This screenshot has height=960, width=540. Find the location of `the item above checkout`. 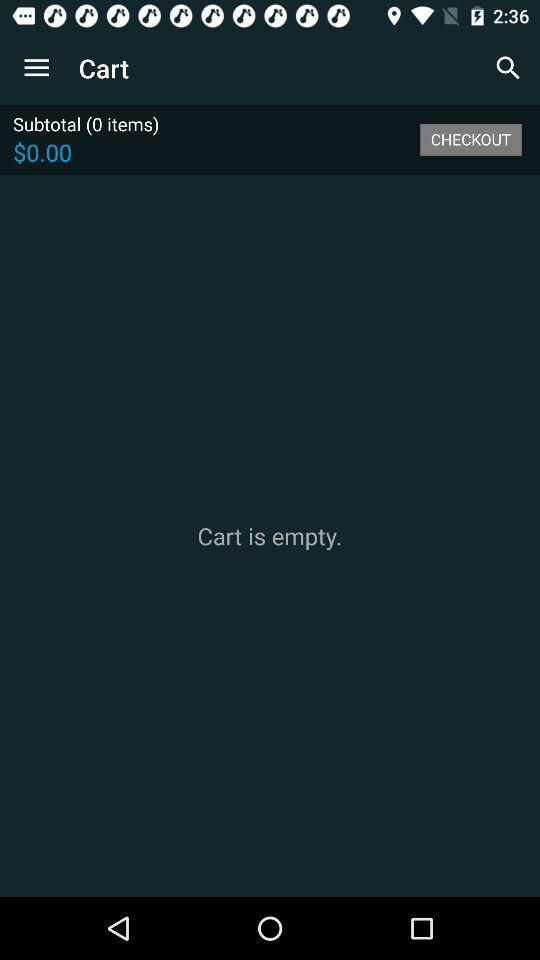

the item above checkout is located at coordinates (508, 68).